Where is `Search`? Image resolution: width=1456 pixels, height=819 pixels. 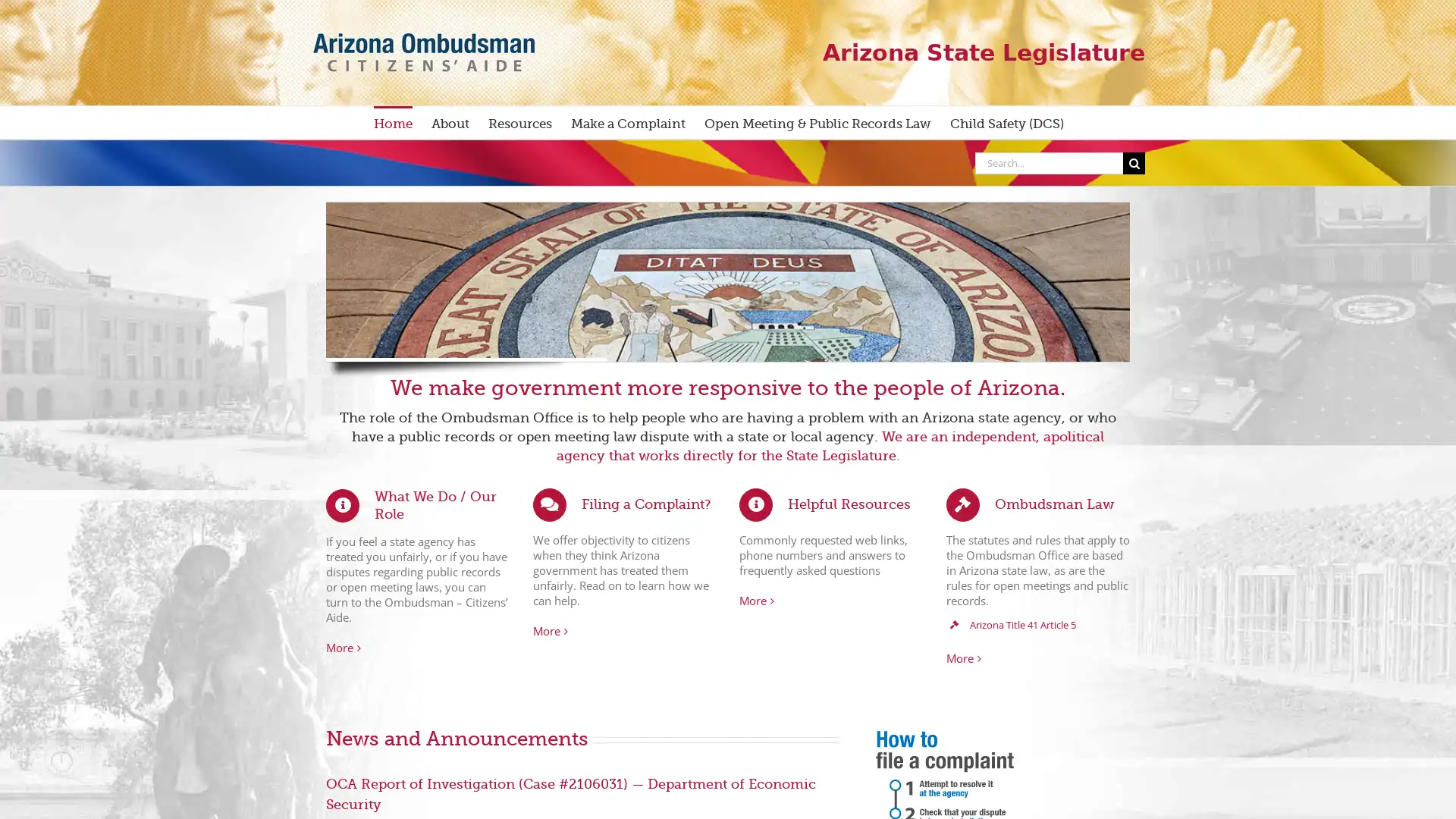 Search is located at coordinates (1134, 162).